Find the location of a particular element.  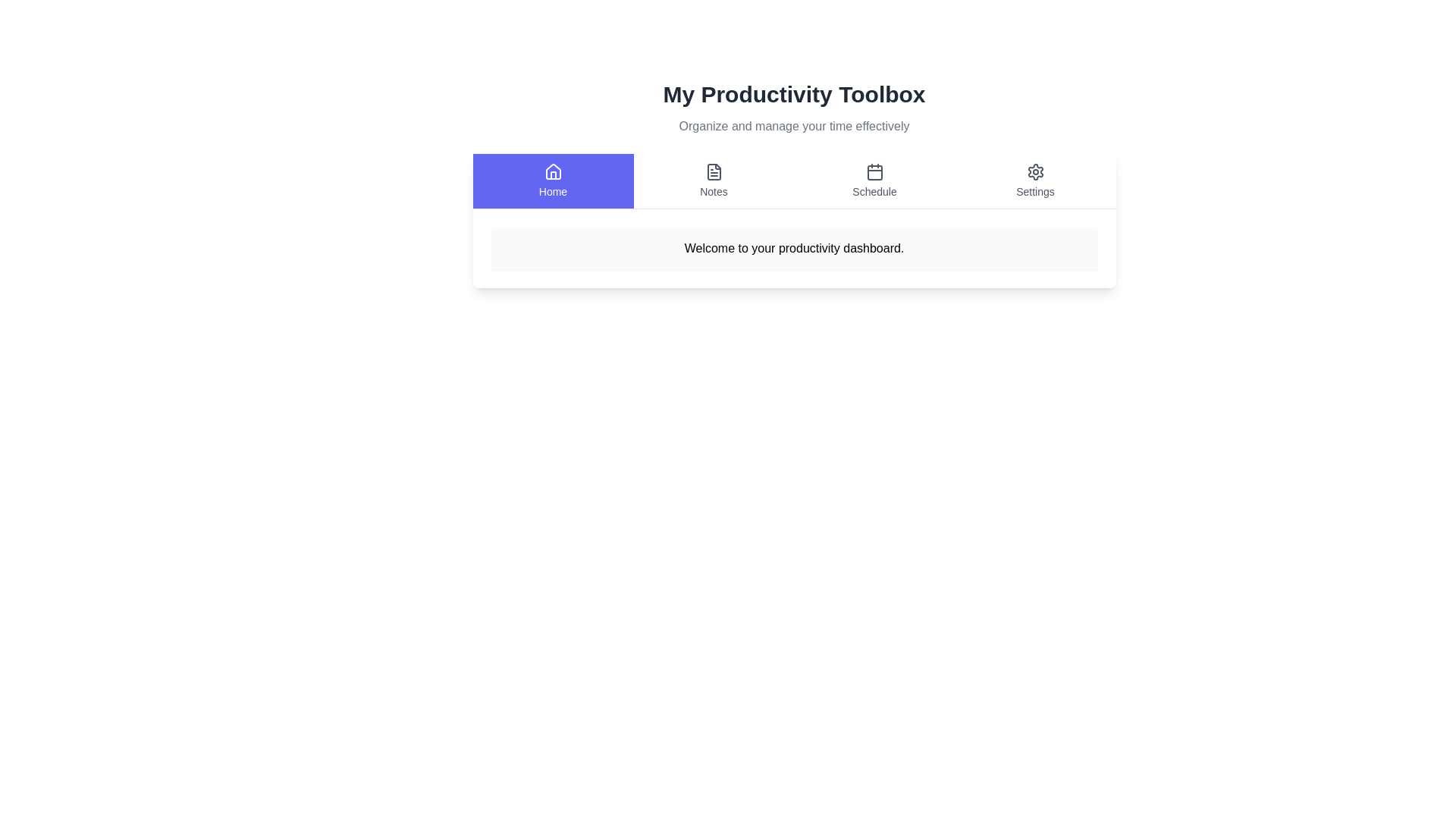

the 'Schedule' navigation button by using the Tab key to select it is located at coordinates (874, 180).